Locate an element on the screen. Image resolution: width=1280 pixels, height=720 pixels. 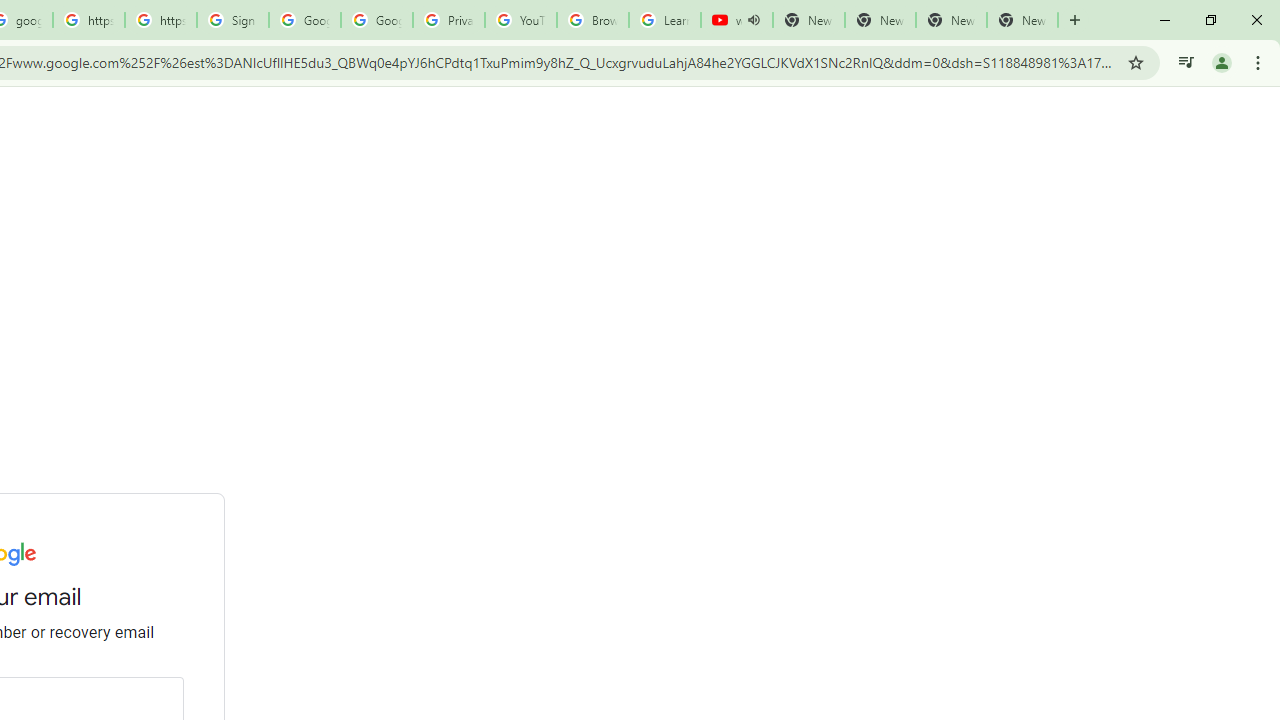
'https://scholar.google.com/' is located at coordinates (161, 20).